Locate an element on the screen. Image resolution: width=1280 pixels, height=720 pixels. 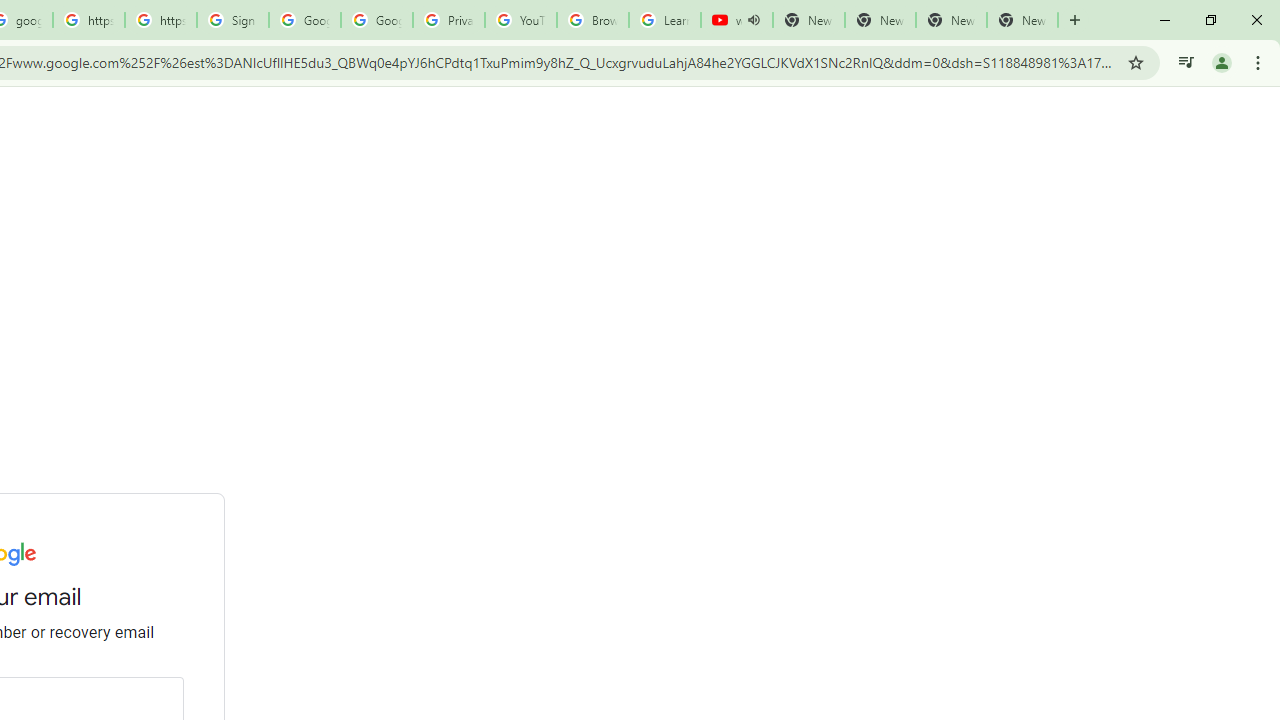
'https://scholar.google.com/' is located at coordinates (161, 20).